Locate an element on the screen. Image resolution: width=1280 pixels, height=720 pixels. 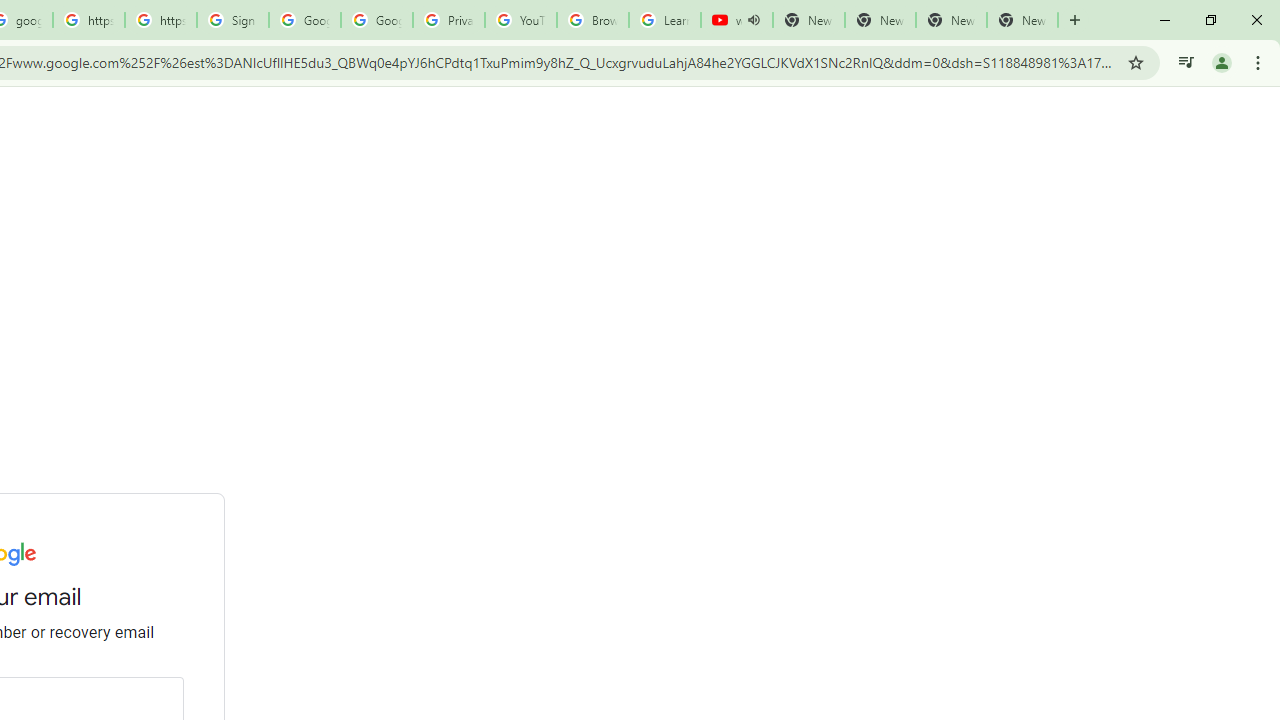
'https://scholar.google.com/' is located at coordinates (161, 20).